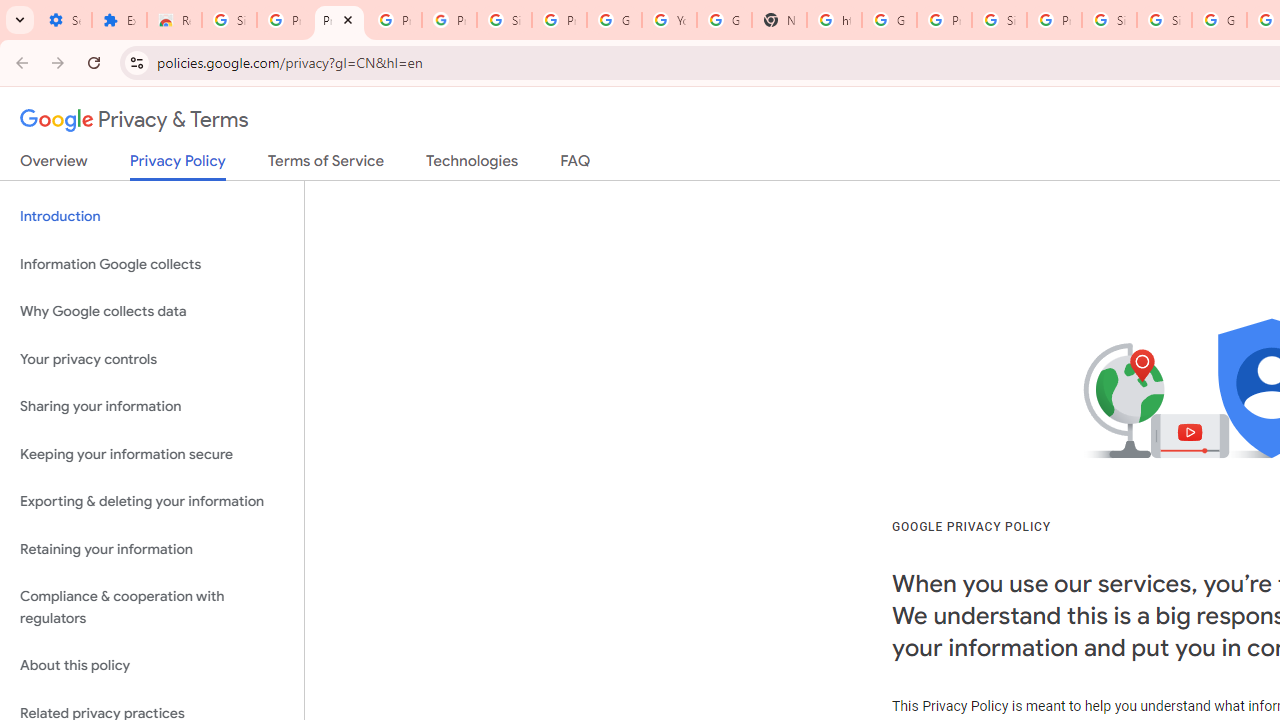  I want to click on 'Why Google collects data', so click(151, 312).